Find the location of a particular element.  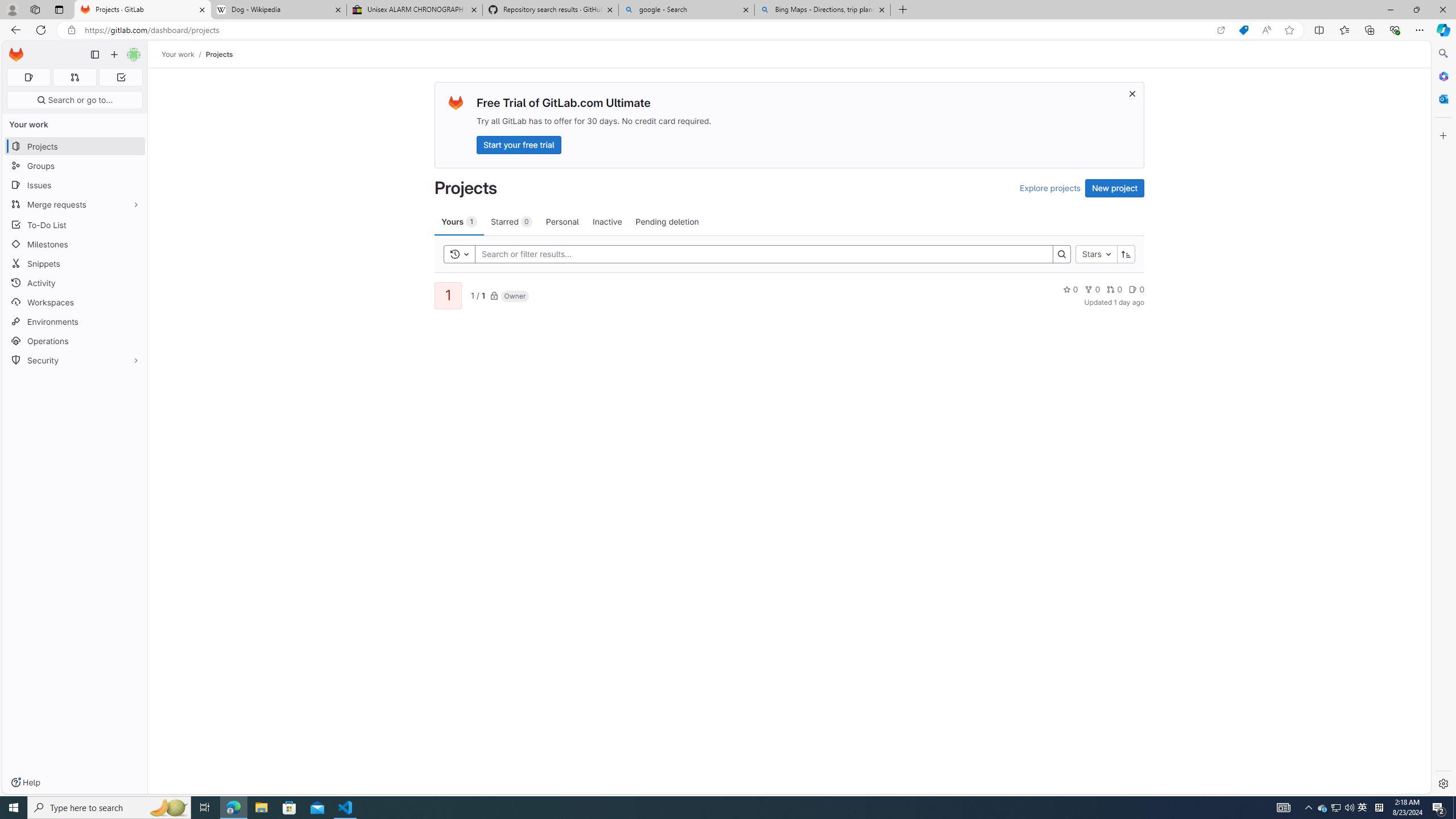

'0' is located at coordinates (1136, 289).